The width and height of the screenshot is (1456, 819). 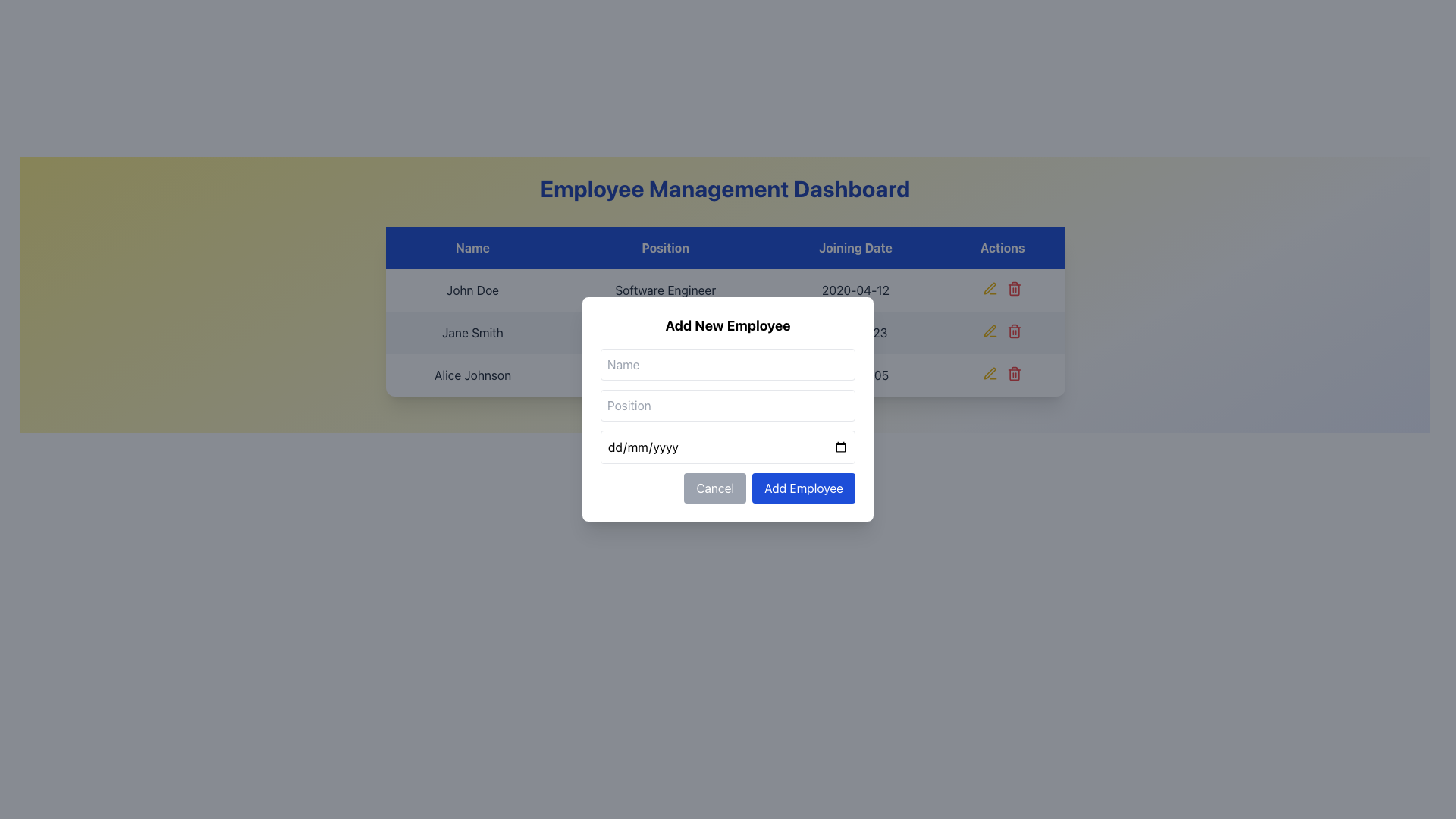 What do you see at coordinates (1015, 289) in the screenshot?
I see `the red trash bin icon button located in the 'Actions' column of the first row` at bounding box center [1015, 289].